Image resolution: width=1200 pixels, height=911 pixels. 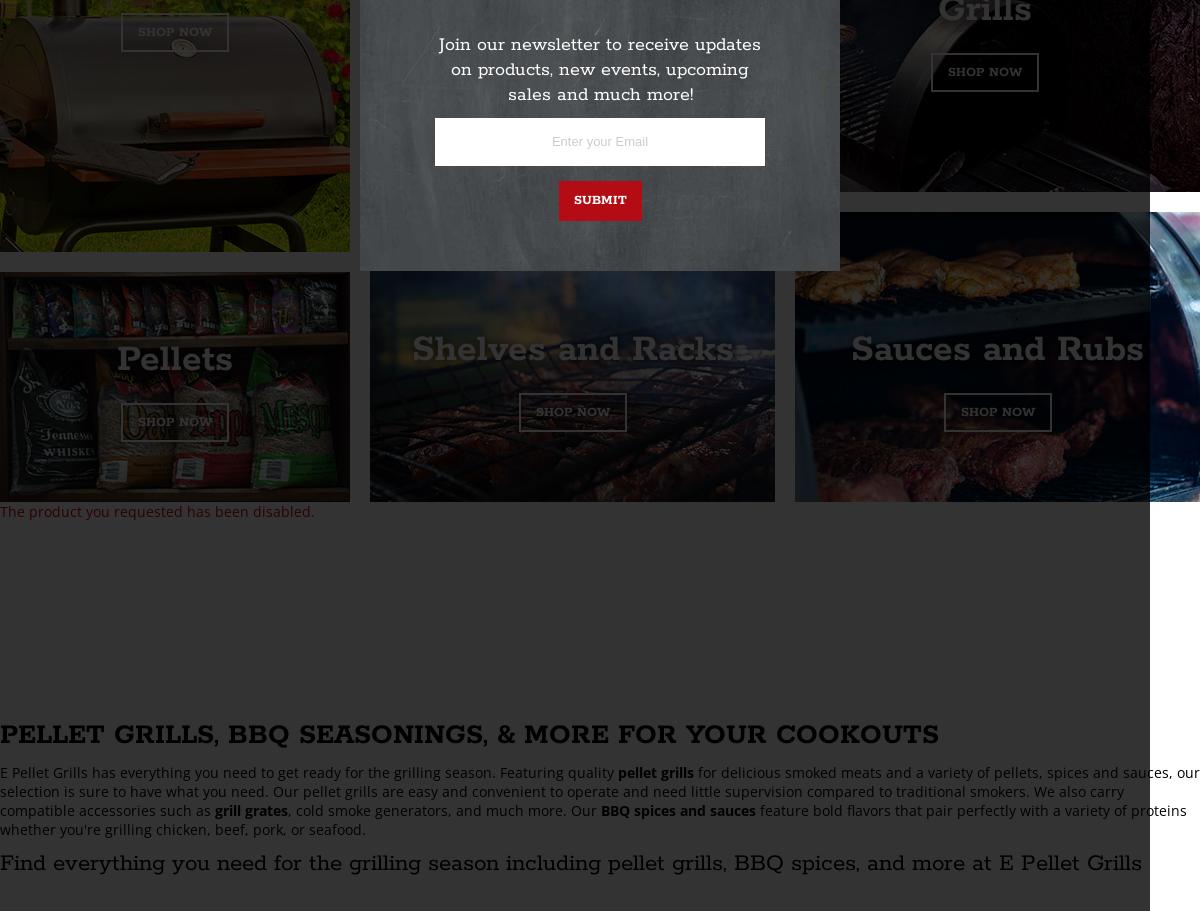 I want to click on 'Sauces and Rubs', so click(x=997, y=349).